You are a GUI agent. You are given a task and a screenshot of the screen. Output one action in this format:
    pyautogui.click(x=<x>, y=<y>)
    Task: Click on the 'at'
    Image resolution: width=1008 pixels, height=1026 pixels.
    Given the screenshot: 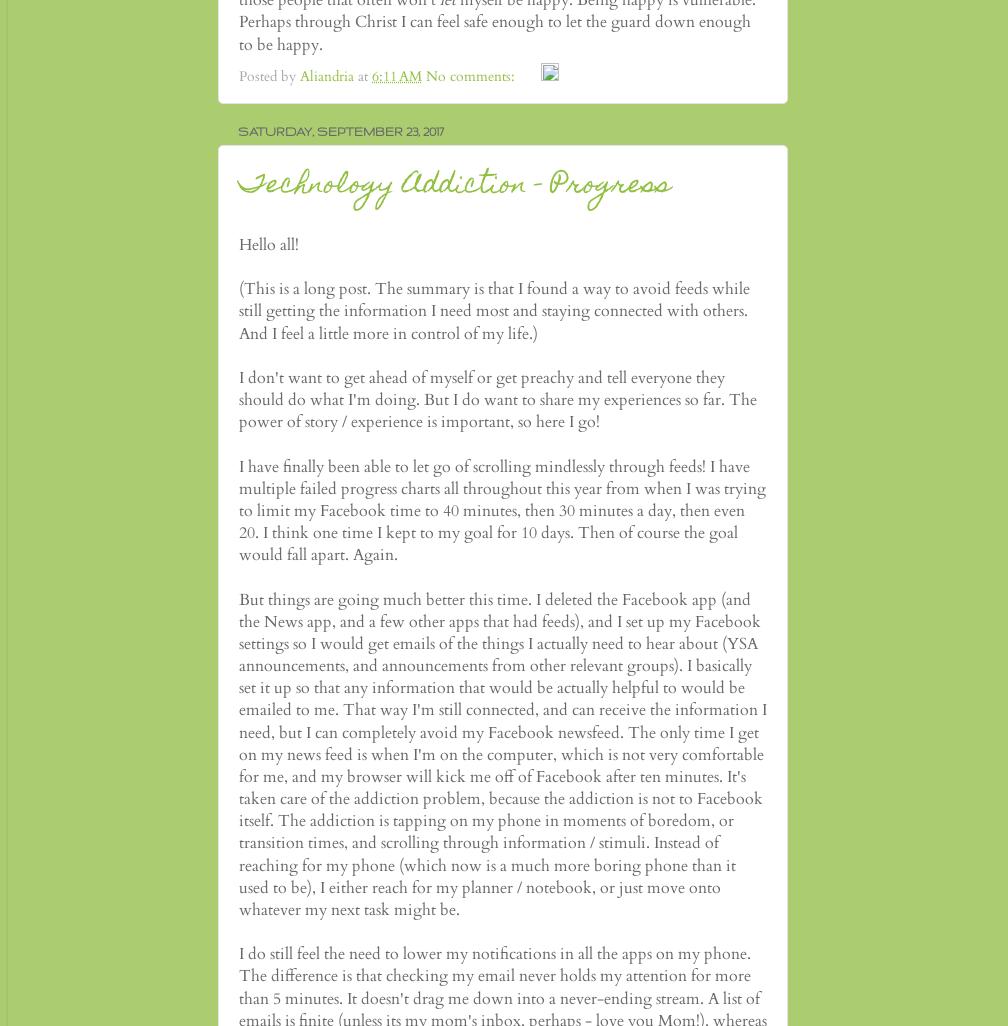 What is the action you would take?
    pyautogui.click(x=364, y=74)
    